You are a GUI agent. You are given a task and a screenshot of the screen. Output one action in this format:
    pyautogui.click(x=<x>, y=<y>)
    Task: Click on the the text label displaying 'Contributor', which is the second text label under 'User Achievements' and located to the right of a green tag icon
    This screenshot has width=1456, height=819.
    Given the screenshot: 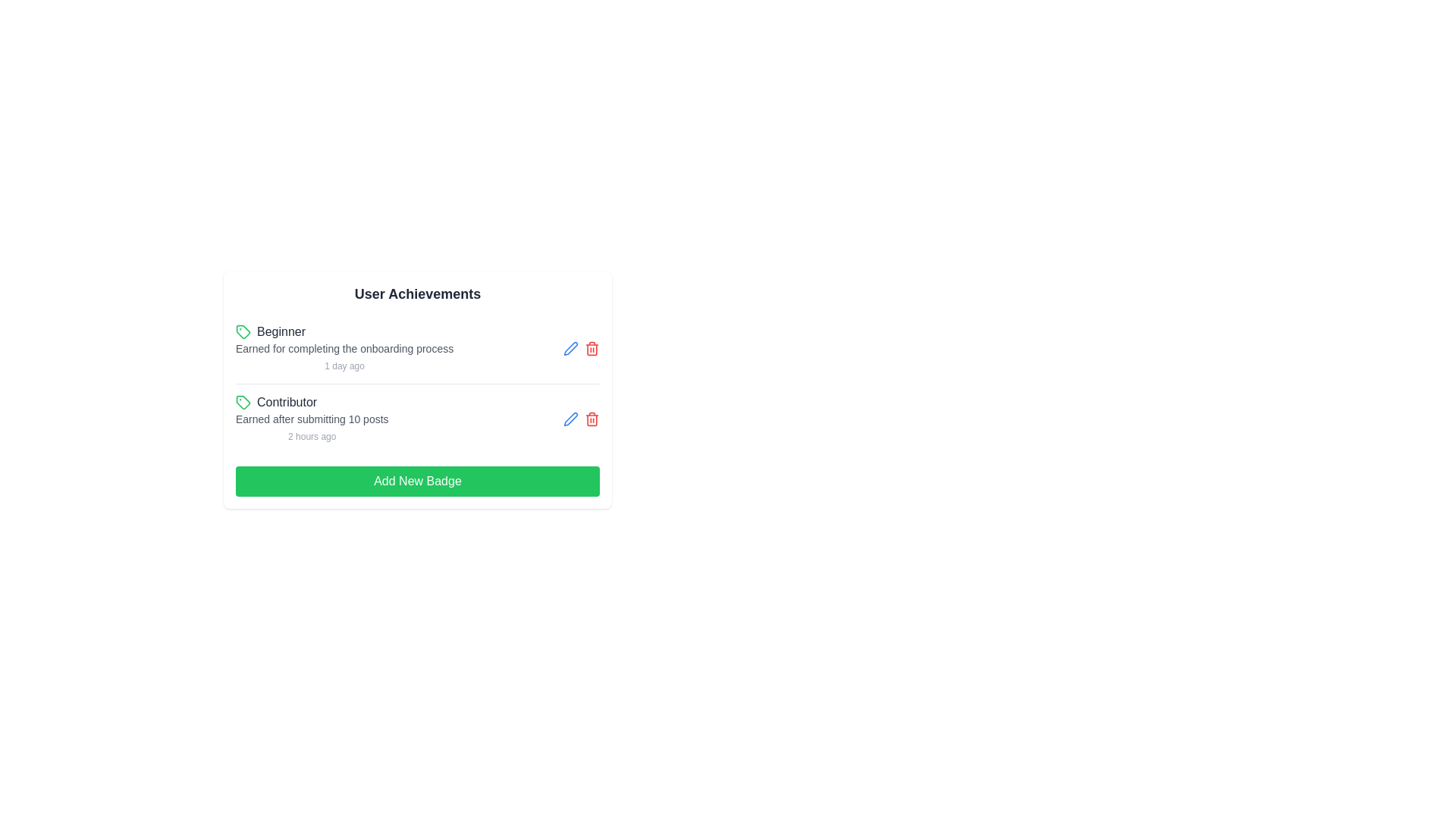 What is the action you would take?
    pyautogui.click(x=287, y=402)
    